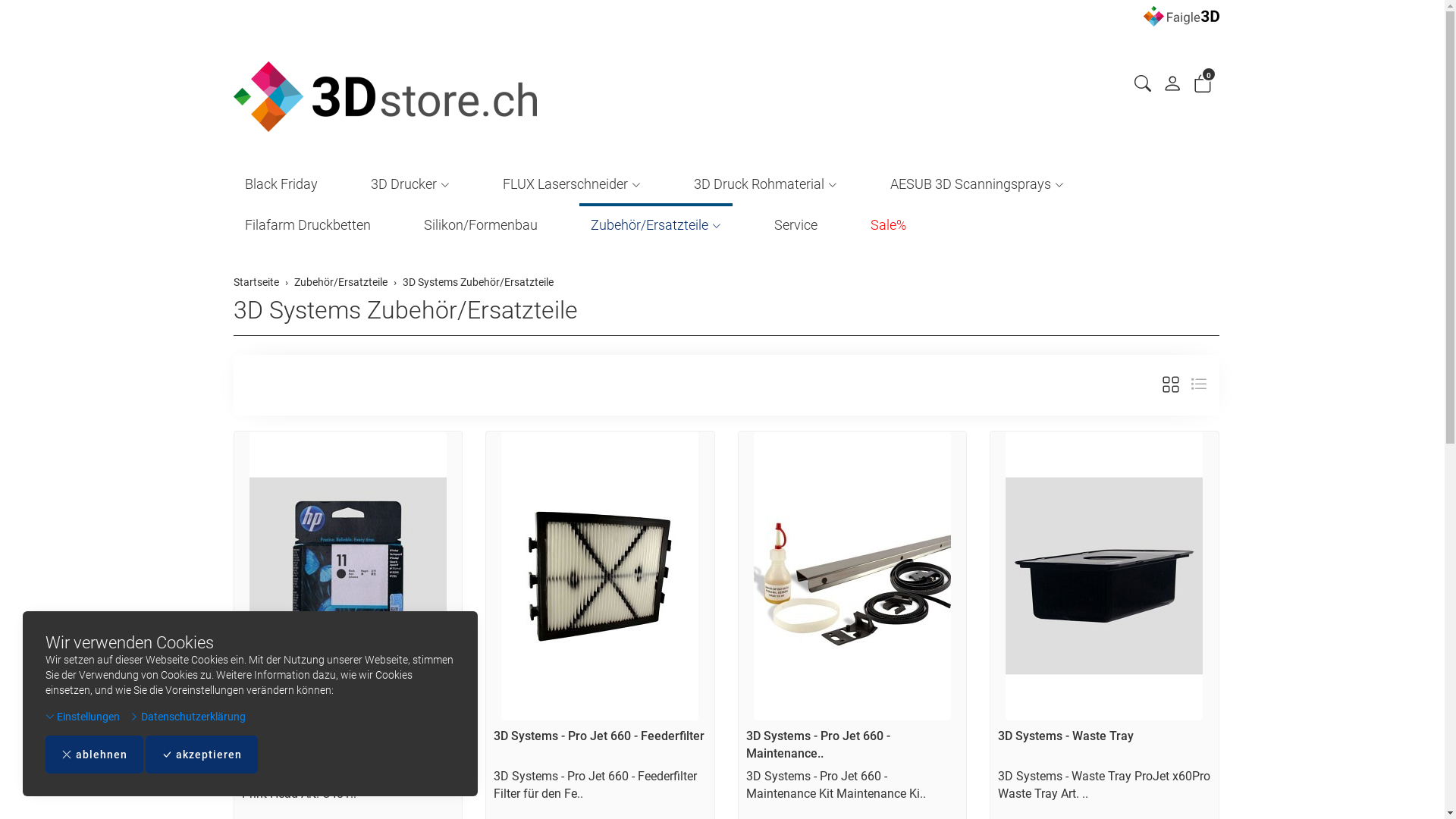 This screenshot has height=819, width=1456. I want to click on 'ablehnen', so click(93, 755).